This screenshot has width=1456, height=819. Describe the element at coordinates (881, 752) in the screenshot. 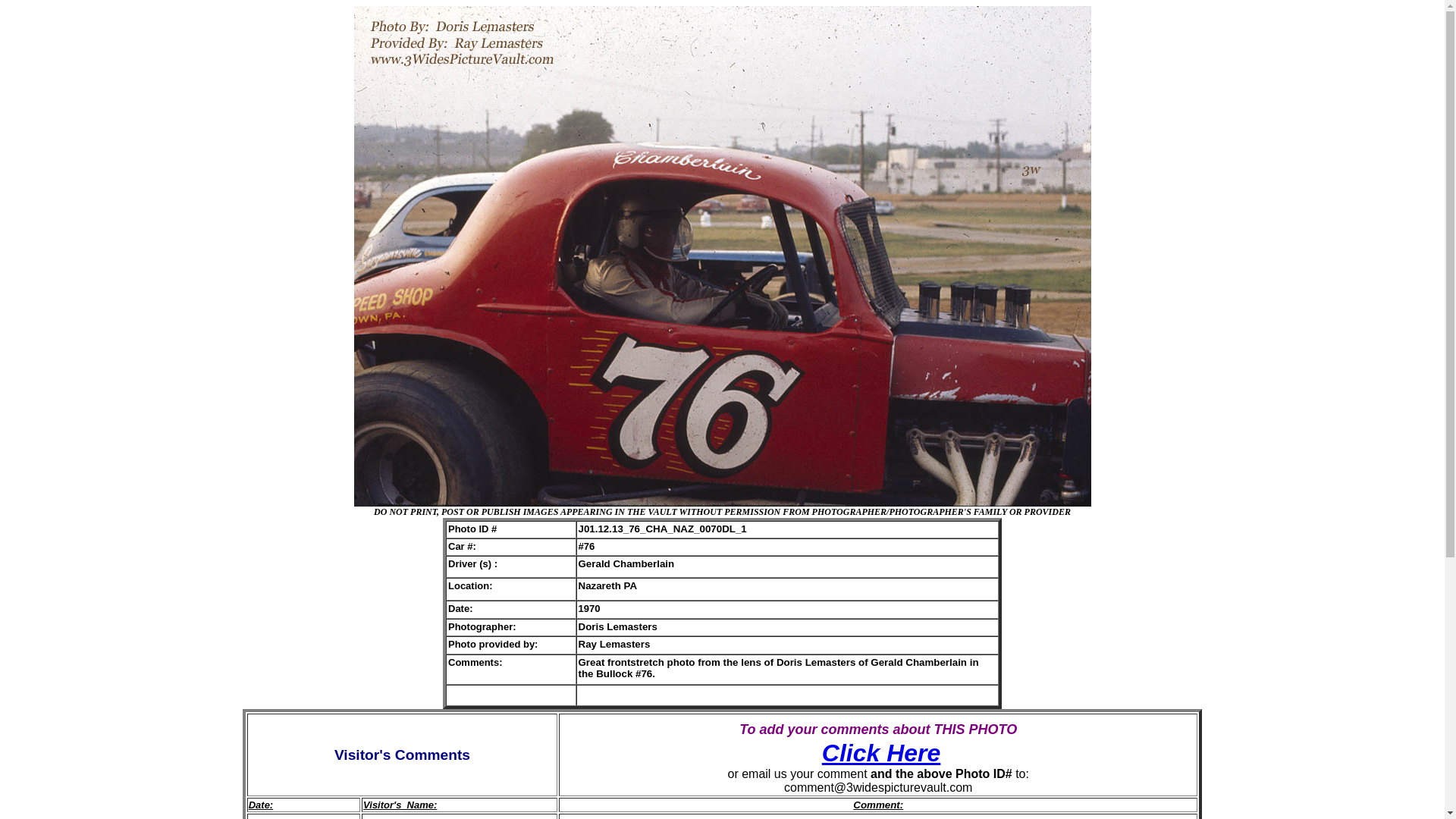

I see `'Click Here'` at that location.